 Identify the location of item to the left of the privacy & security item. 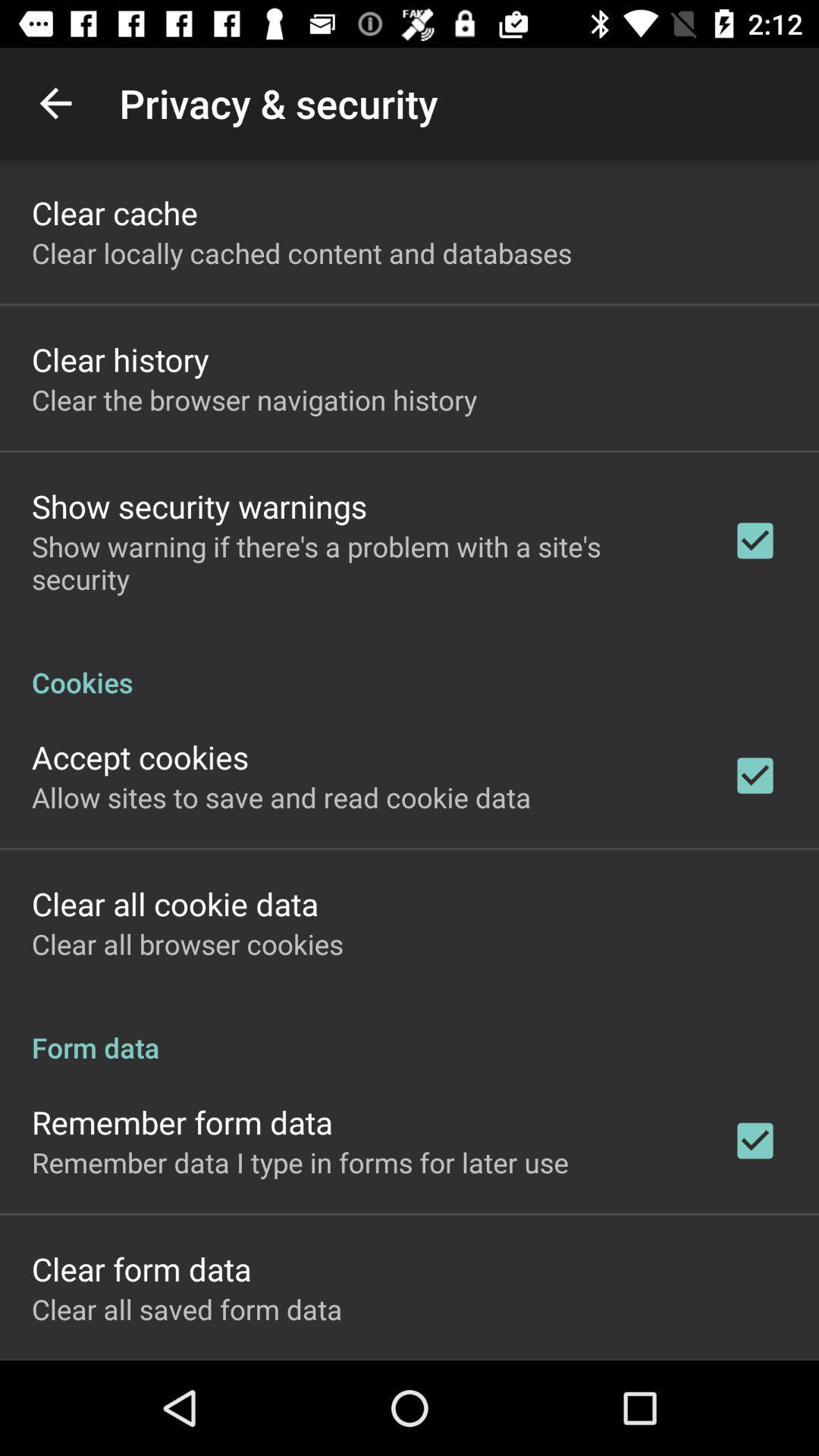
(55, 102).